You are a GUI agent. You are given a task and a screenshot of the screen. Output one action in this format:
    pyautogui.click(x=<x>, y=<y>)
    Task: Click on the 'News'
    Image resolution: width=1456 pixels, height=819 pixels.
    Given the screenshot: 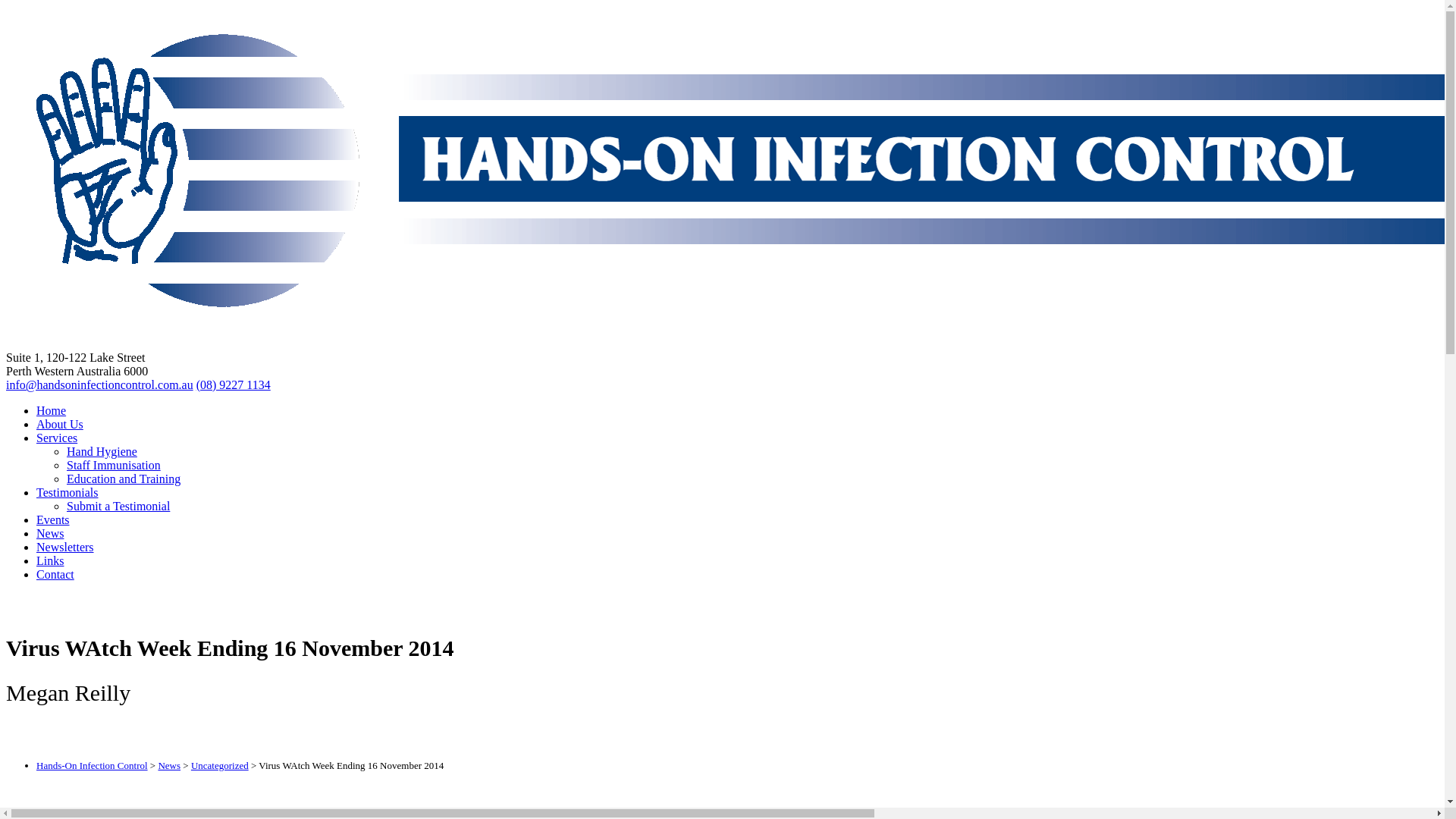 What is the action you would take?
    pyautogui.click(x=168, y=765)
    